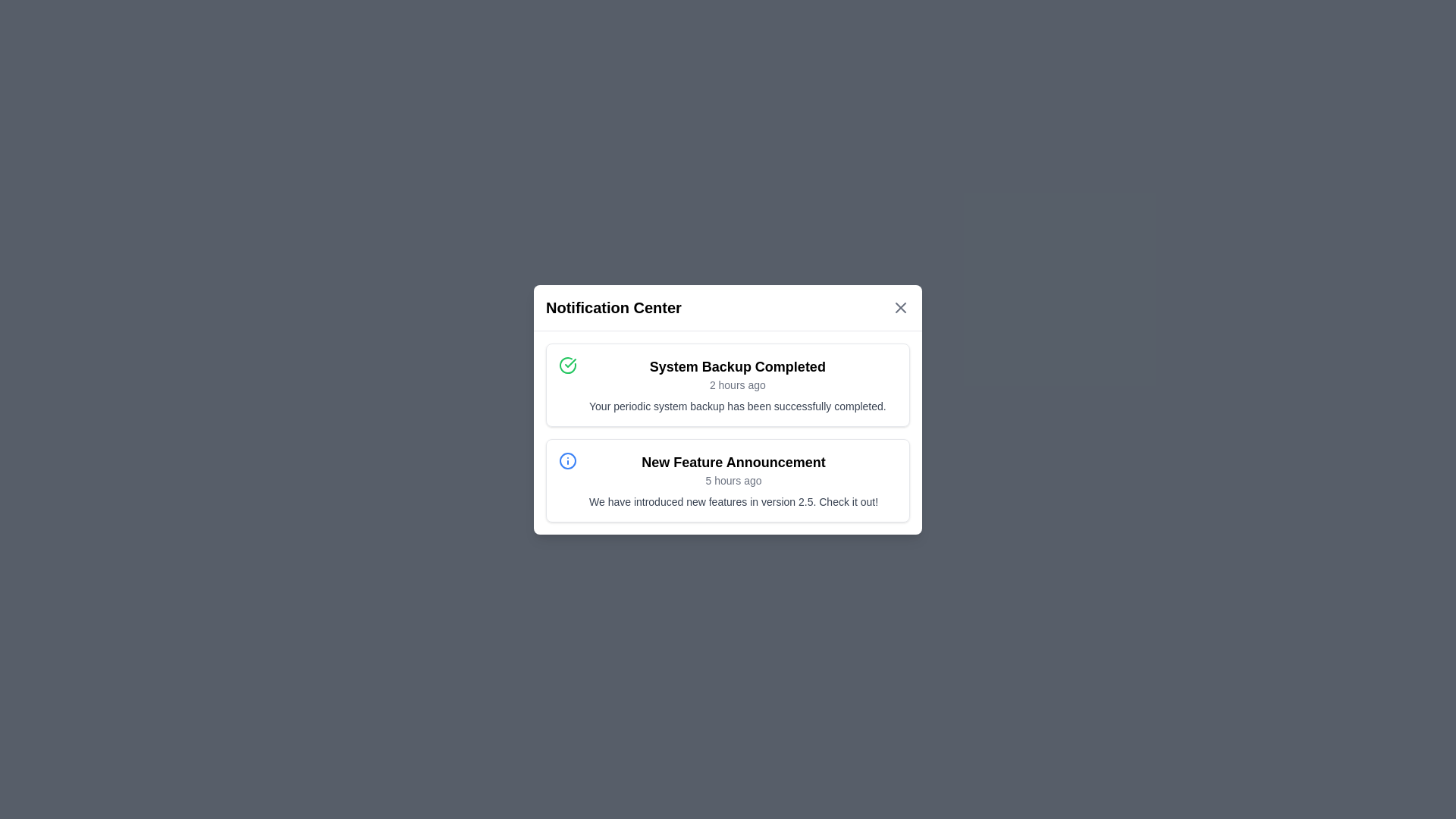 The width and height of the screenshot is (1456, 819). Describe the element at coordinates (737, 384) in the screenshot. I see `text element displaying '2 hours ago', which is located below the title 'System Backup Completed' and above the description in the upper notification card of the 'Notification Center' modal` at that location.